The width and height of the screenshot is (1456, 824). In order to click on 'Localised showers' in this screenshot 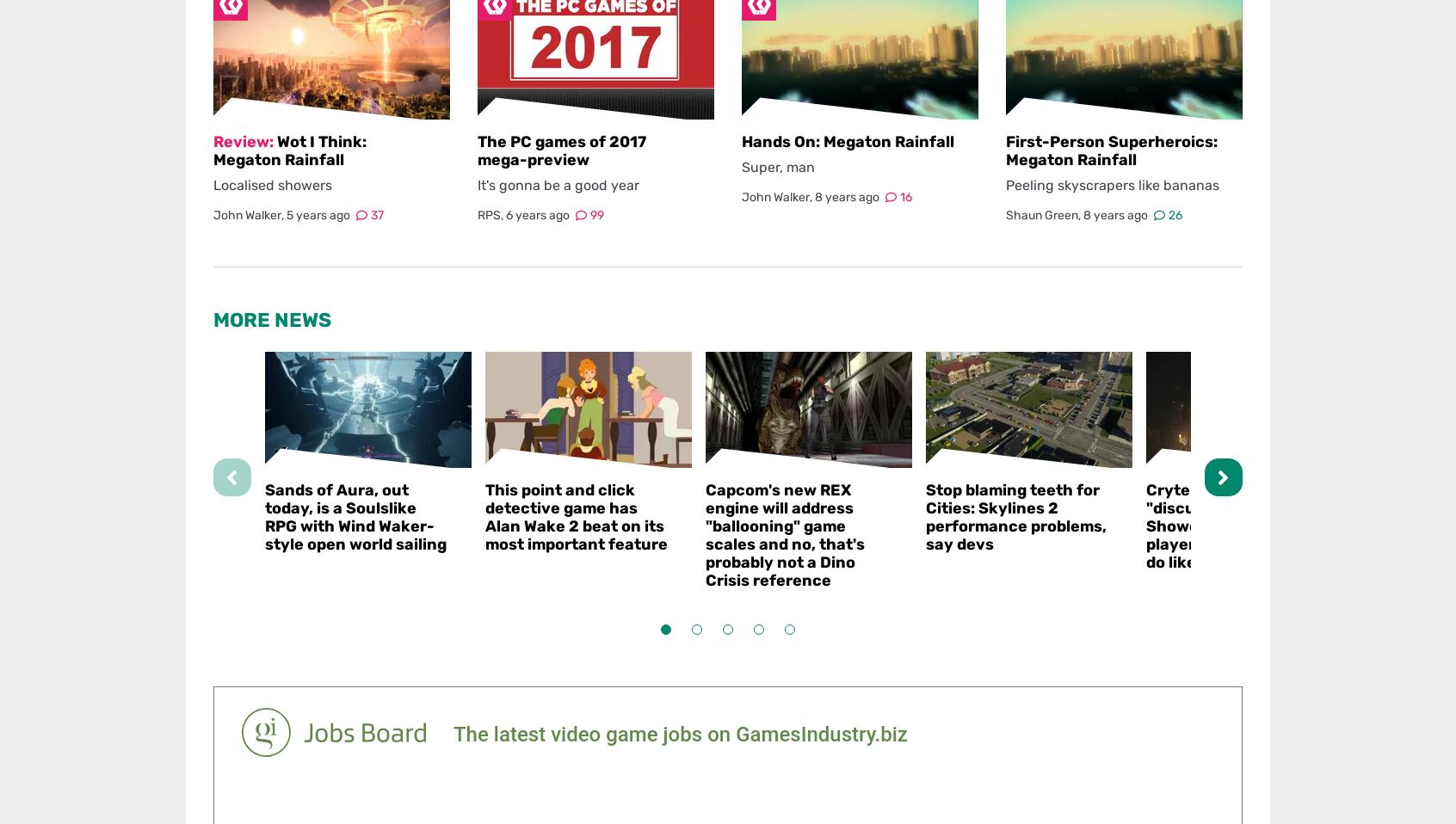, I will do `click(272, 184)`.